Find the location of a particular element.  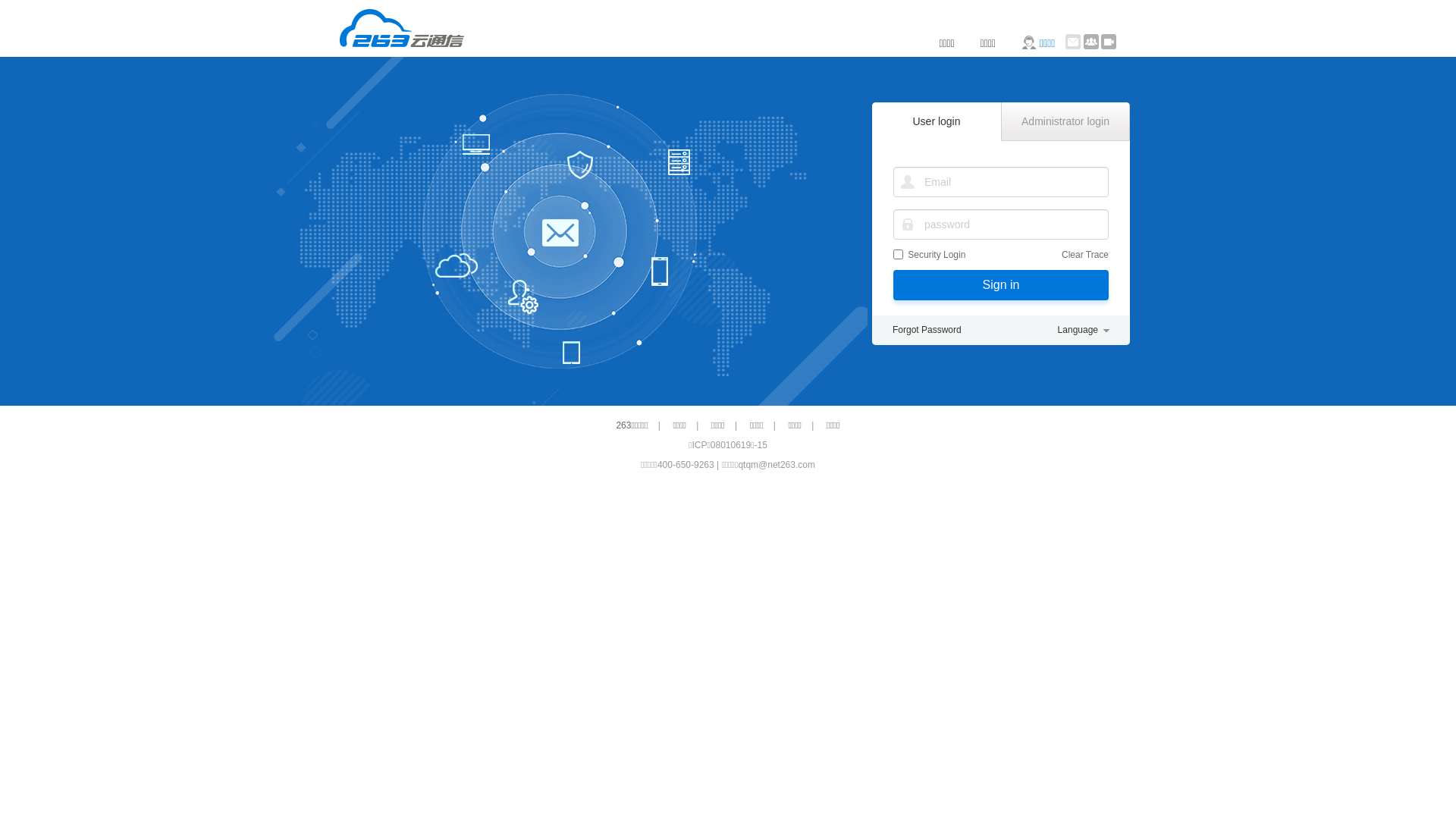

'Language' is located at coordinates (1083, 329).